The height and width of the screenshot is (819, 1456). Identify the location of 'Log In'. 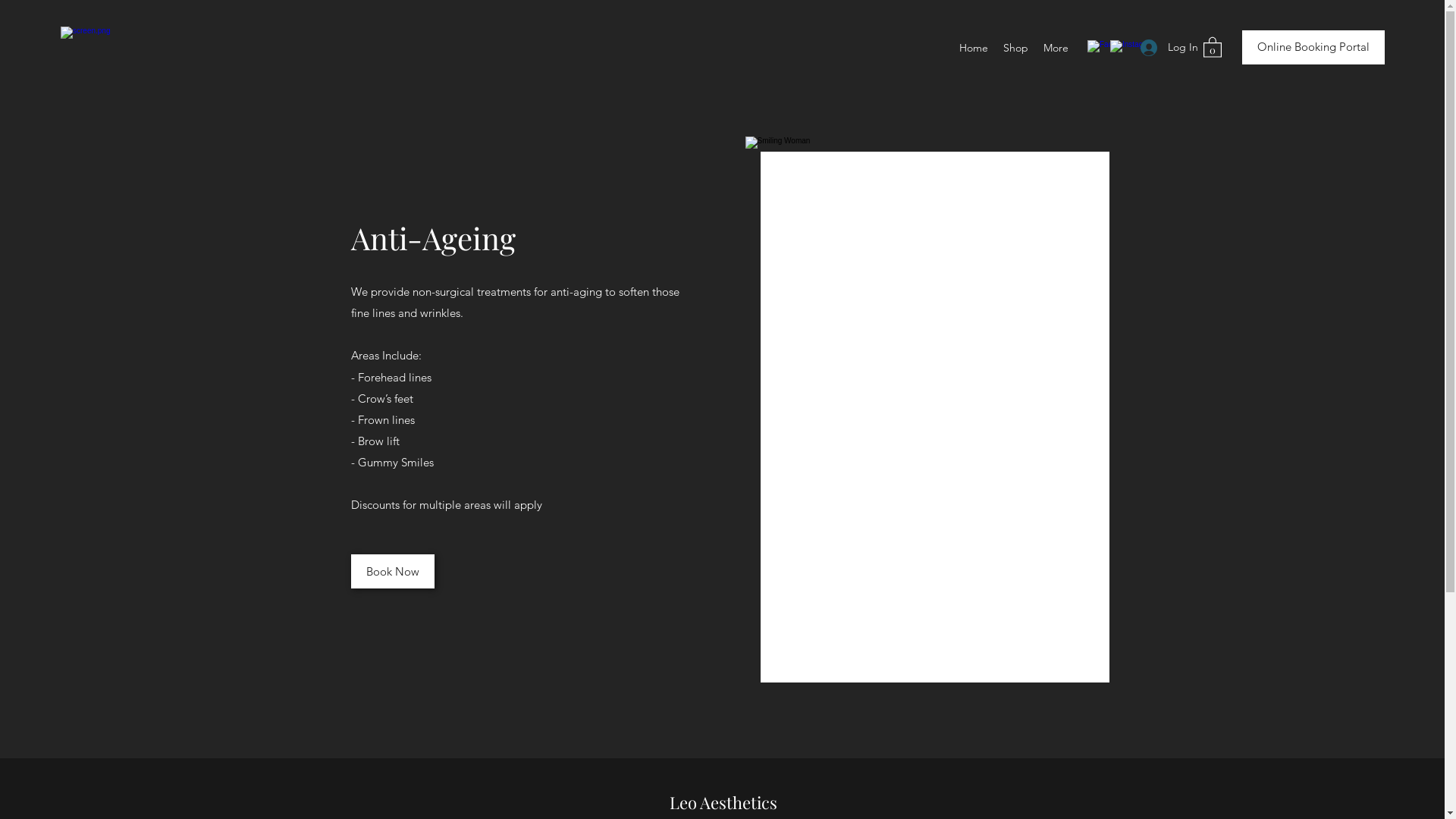
(1163, 46).